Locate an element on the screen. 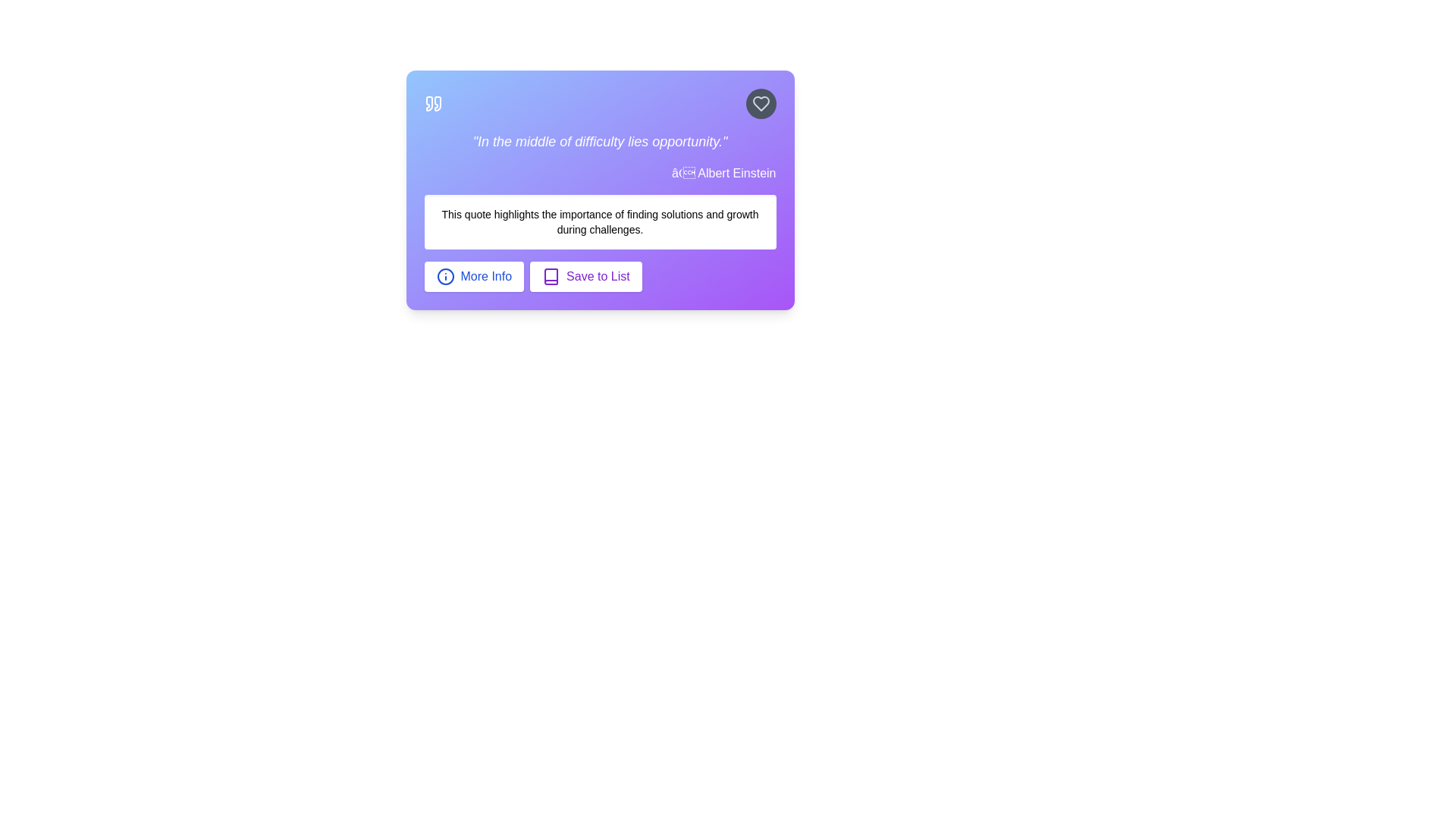  the text element that displays the message 'This quote highlights the importance of finding solutions and growth during challenges.' is located at coordinates (599, 222).